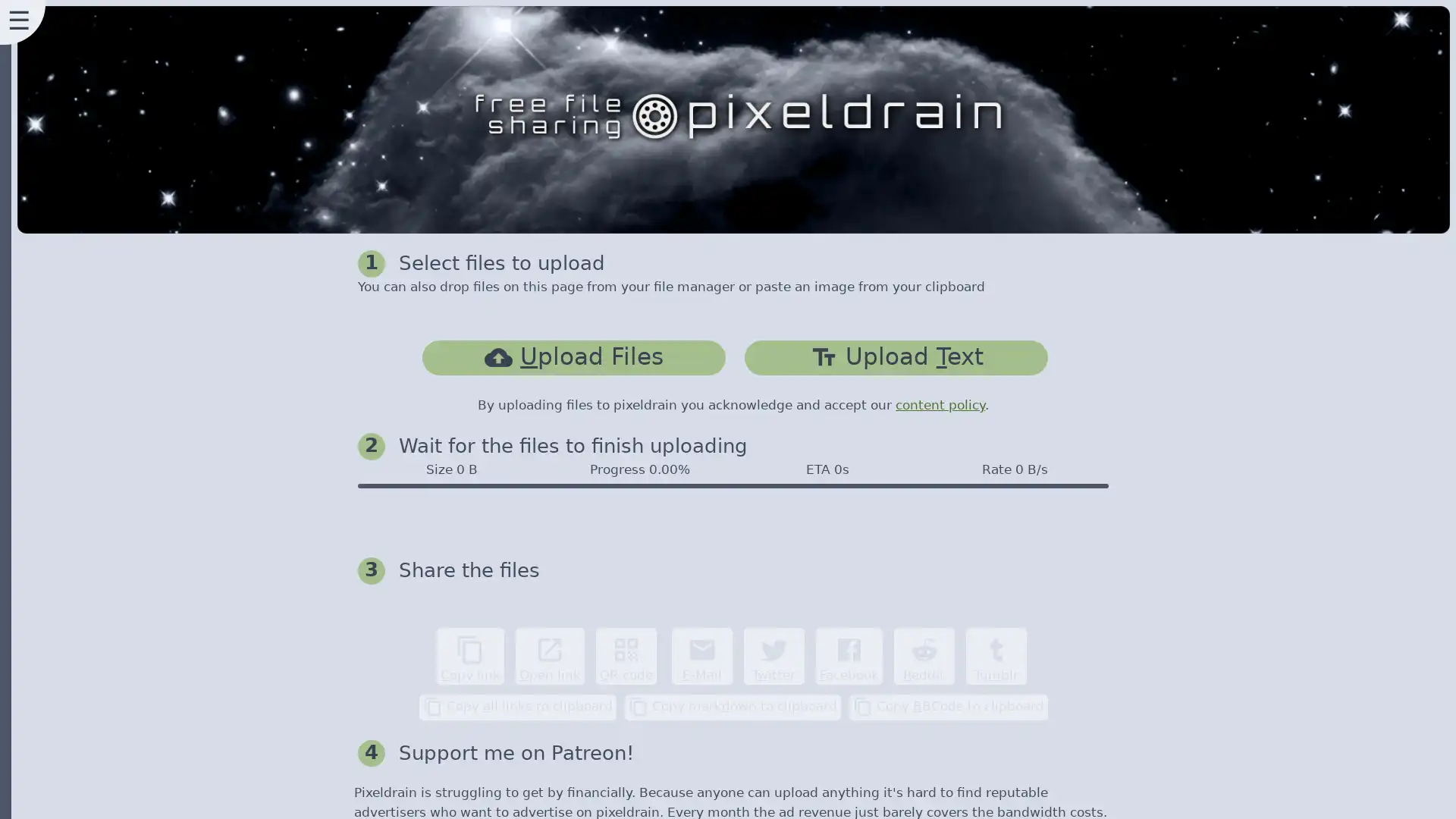 The image size is (1456, 819). Describe the element at coordinates (573, 655) in the screenshot. I see `content_copy Copy link` at that location.